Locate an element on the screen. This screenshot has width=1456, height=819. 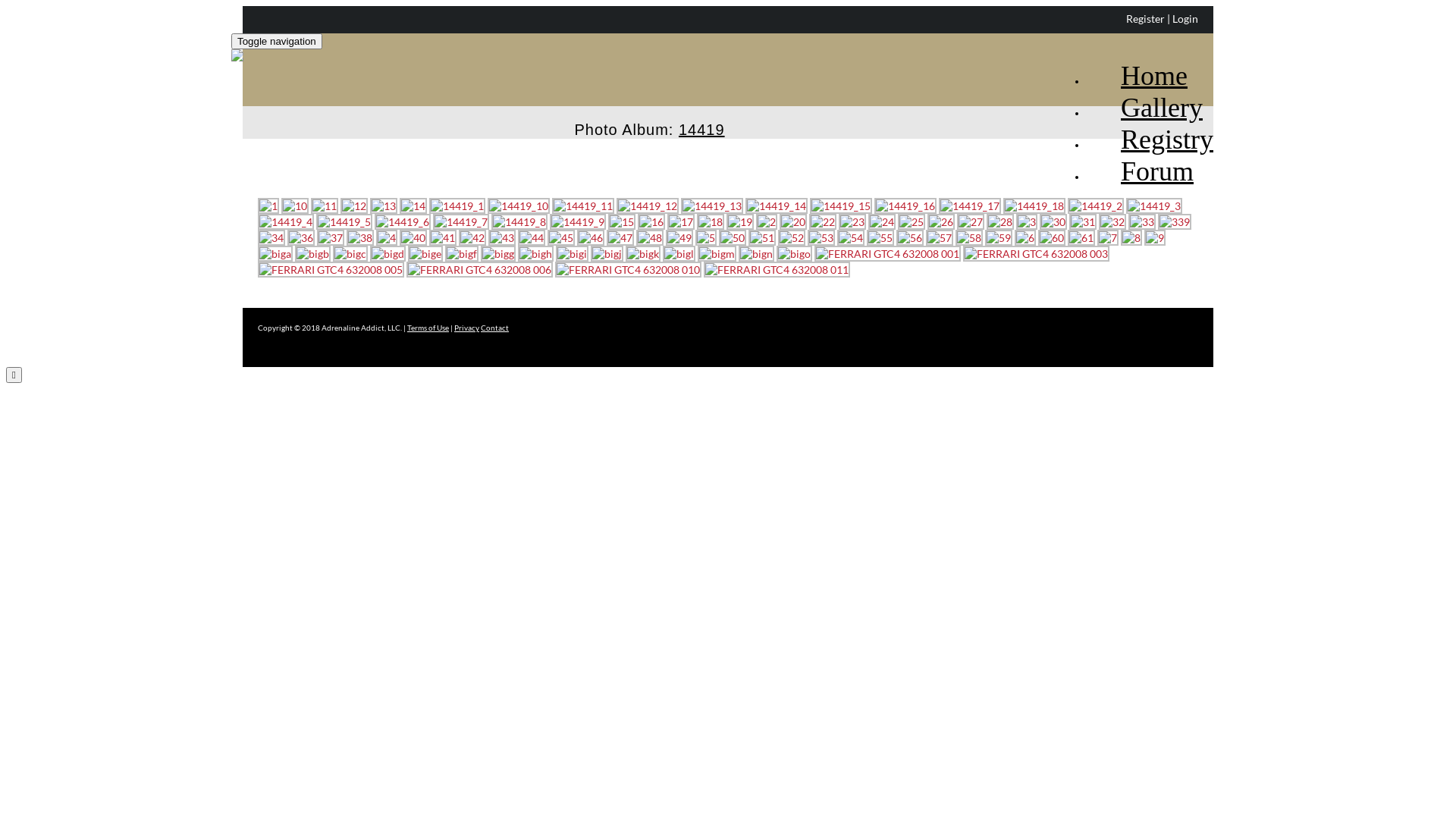
'339 (click to enlarge)' is located at coordinates (1174, 221).